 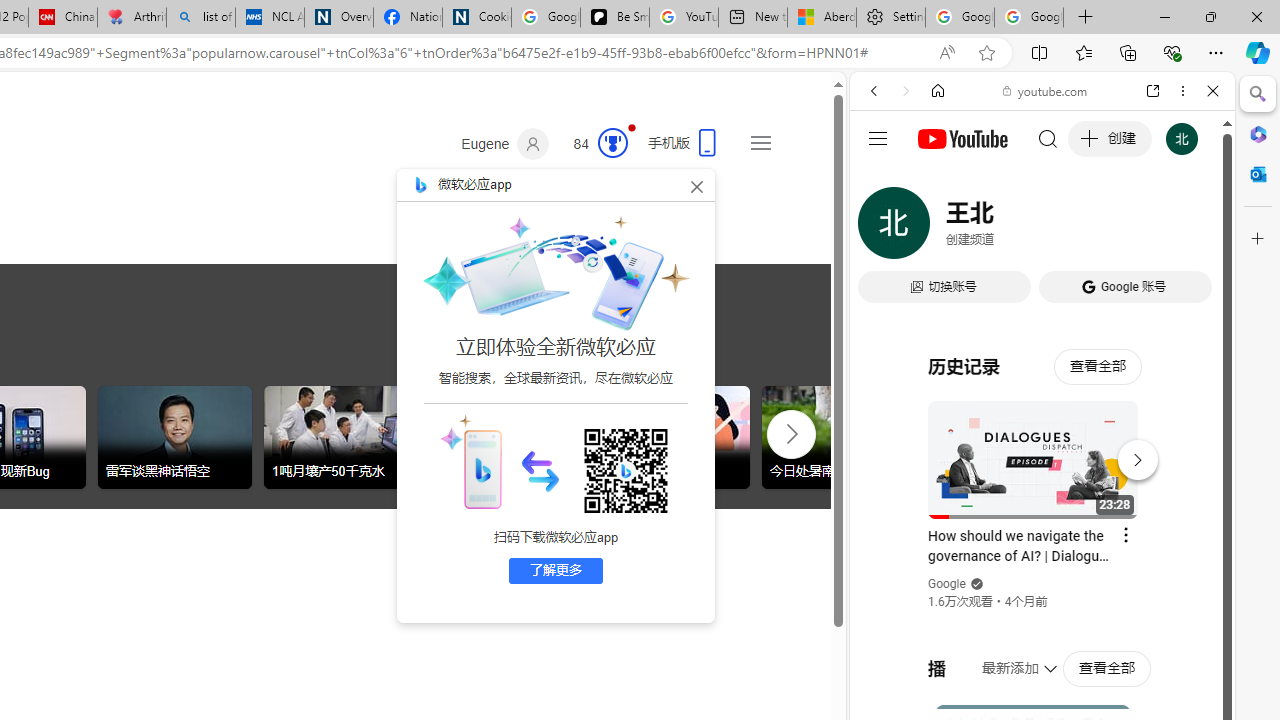 What do you see at coordinates (822, 17) in the screenshot?
I see `'Aberdeen, Hong Kong SAR hourly forecast | Microsoft Weather'` at bounding box center [822, 17].